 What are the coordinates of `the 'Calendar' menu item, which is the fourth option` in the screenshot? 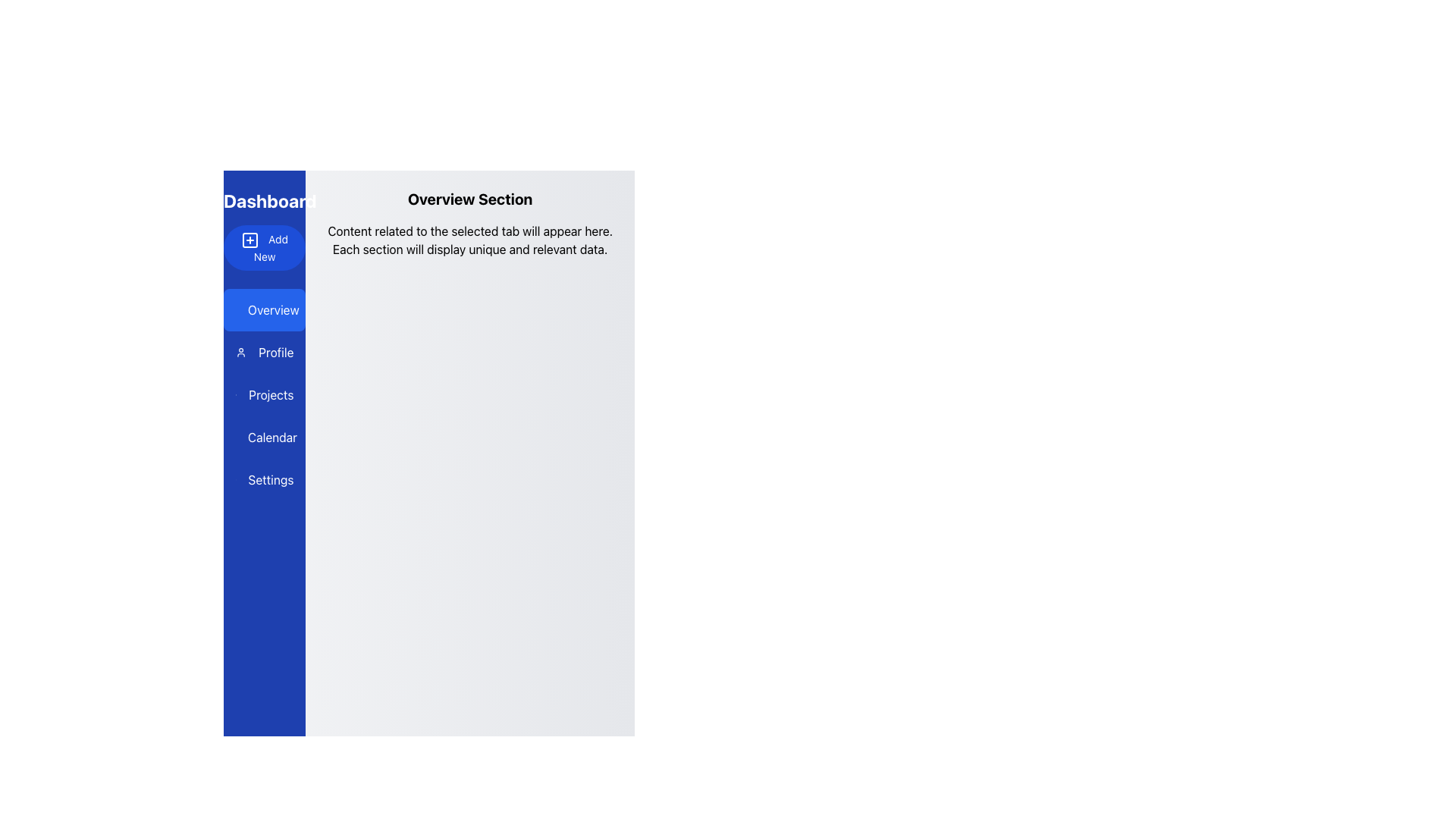 It's located at (265, 438).